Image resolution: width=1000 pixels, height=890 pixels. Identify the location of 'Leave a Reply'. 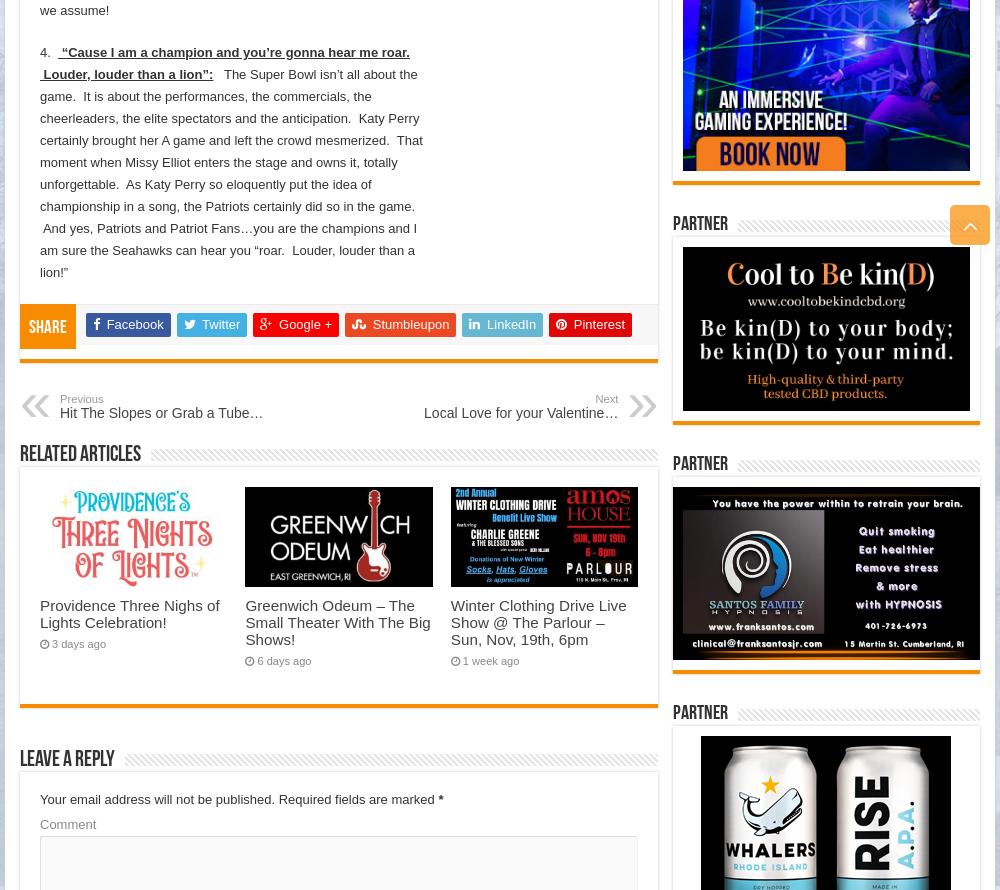
(66, 759).